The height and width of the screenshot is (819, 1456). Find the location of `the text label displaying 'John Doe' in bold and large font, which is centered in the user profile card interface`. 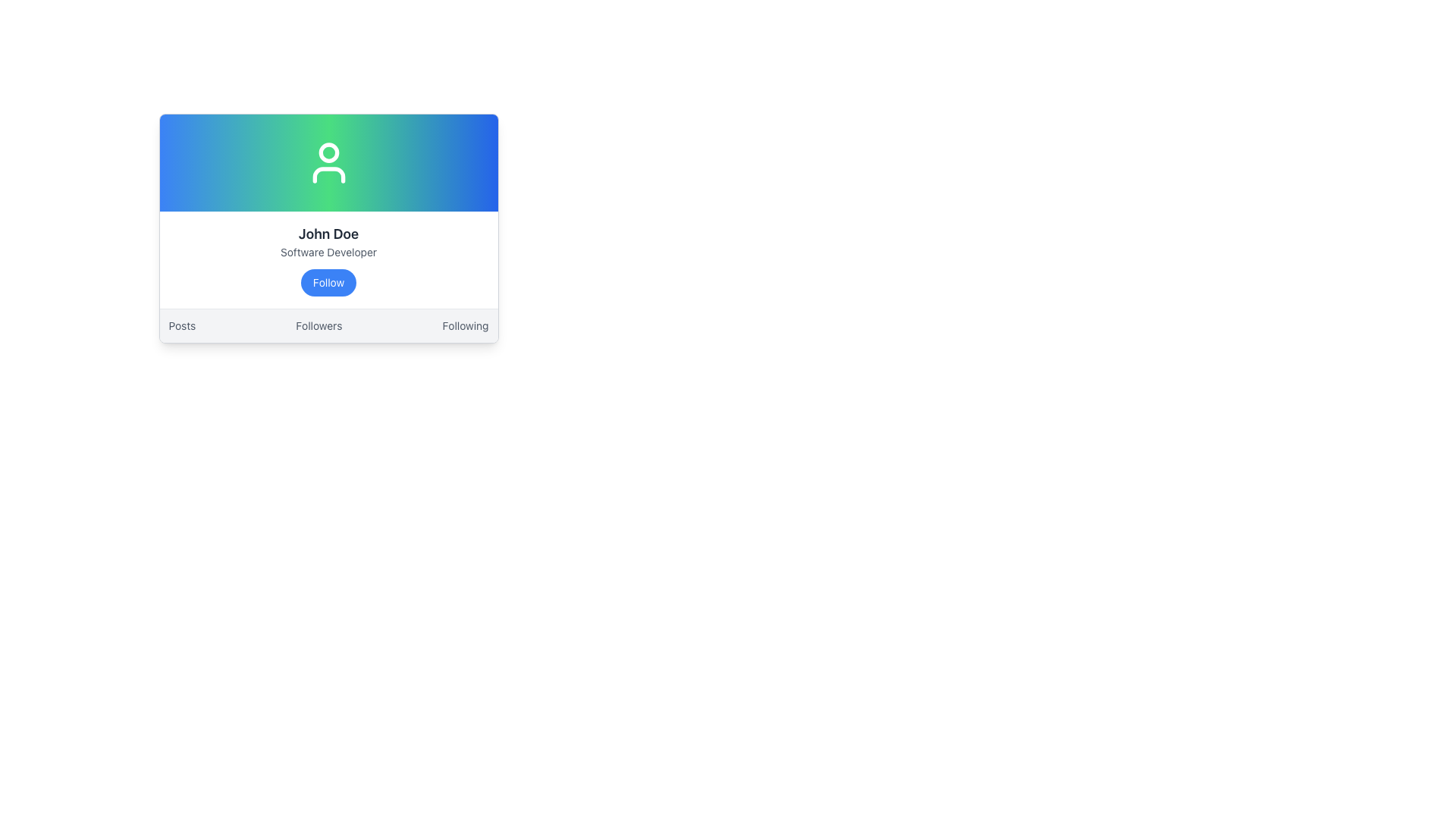

the text label displaying 'John Doe' in bold and large font, which is centered in the user profile card interface is located at coordinates (328, 234).